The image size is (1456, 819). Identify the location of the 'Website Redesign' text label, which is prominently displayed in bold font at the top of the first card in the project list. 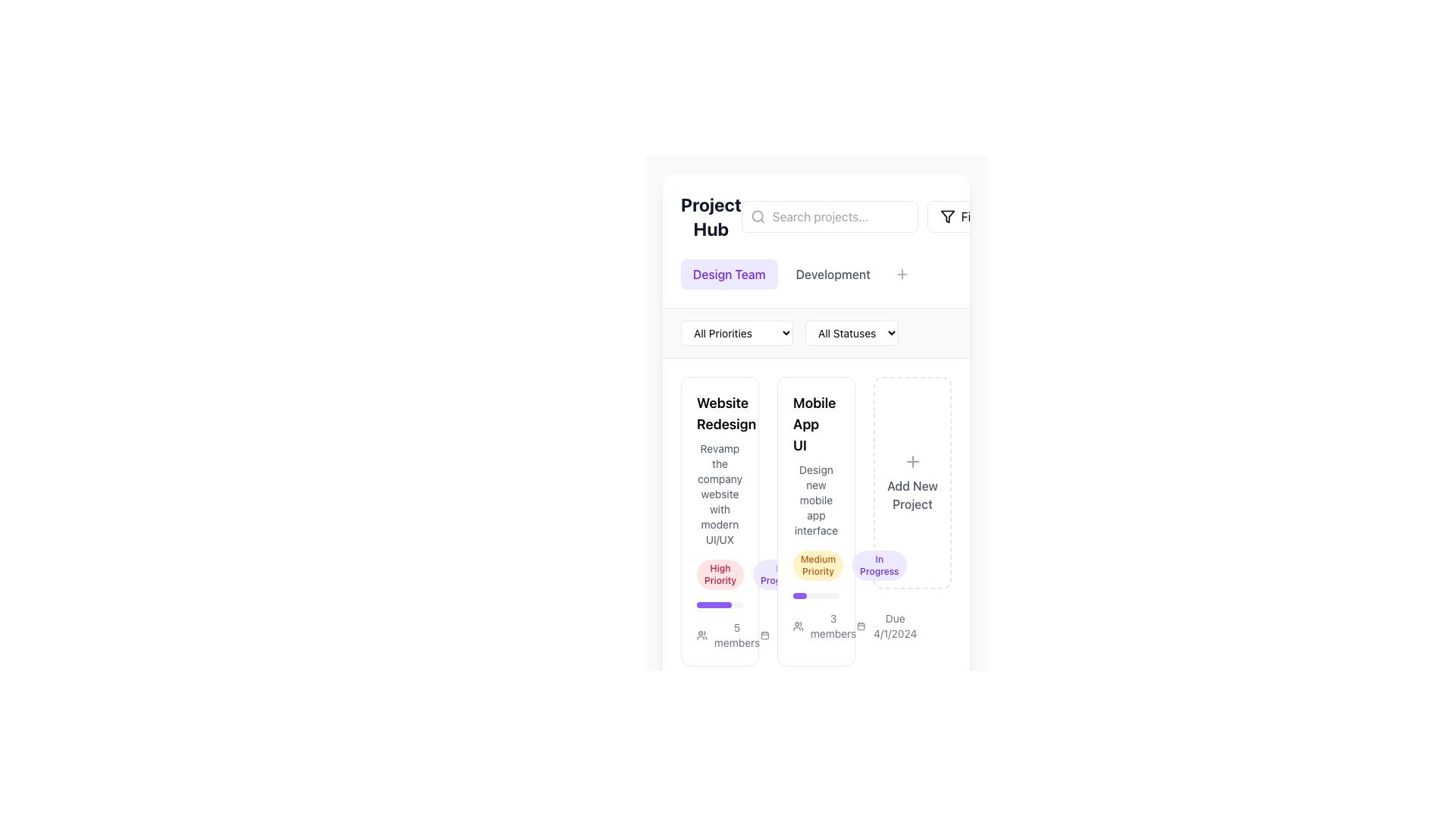
(720, 414).